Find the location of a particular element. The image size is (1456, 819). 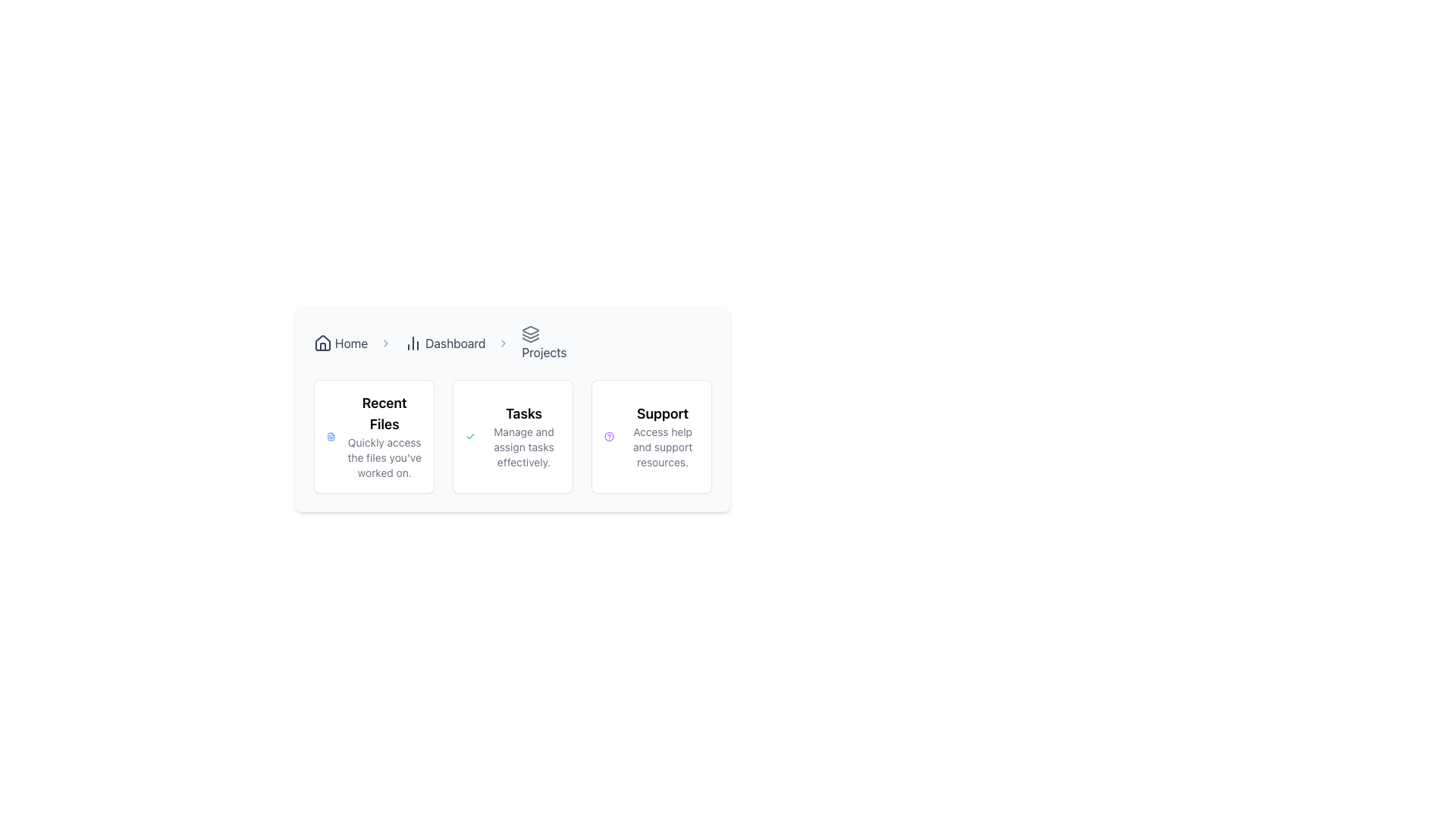

the circular icon element that serves as an indicator within the graphical representation of a message or tooltip is located at coordinates (609, 436).